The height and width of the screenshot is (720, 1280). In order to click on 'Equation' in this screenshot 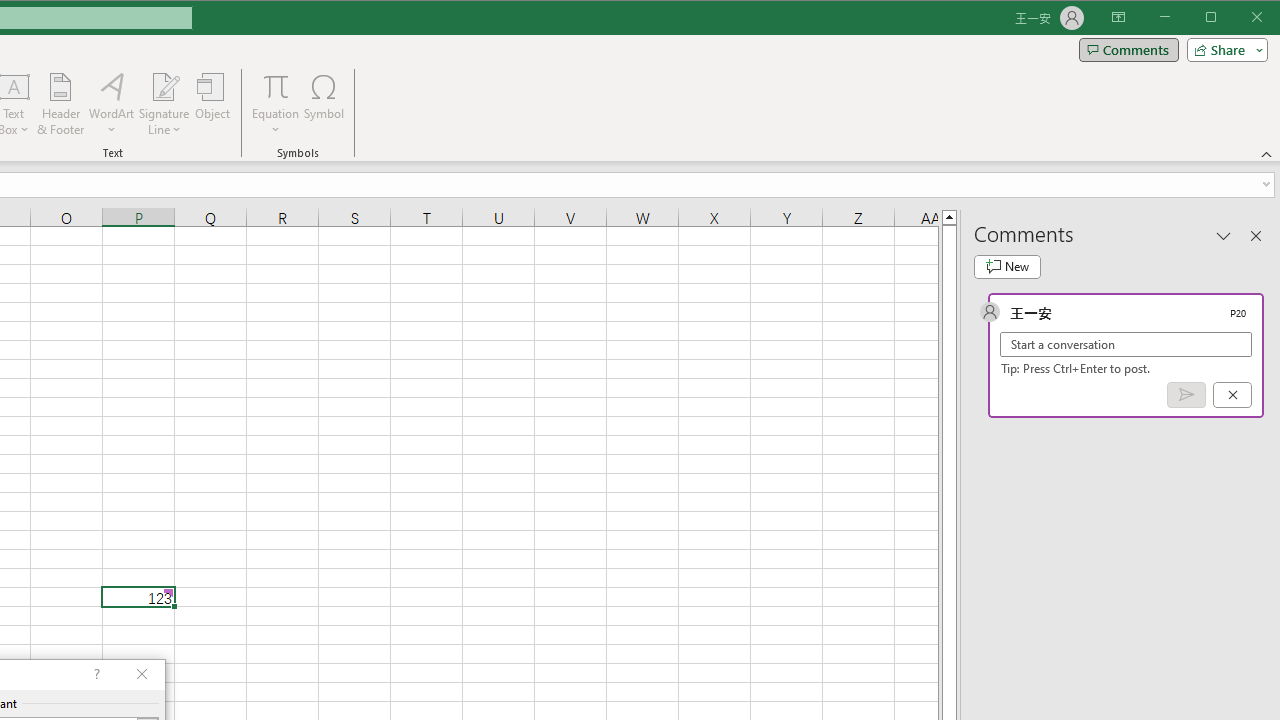, I will do `click(274, 104)`.